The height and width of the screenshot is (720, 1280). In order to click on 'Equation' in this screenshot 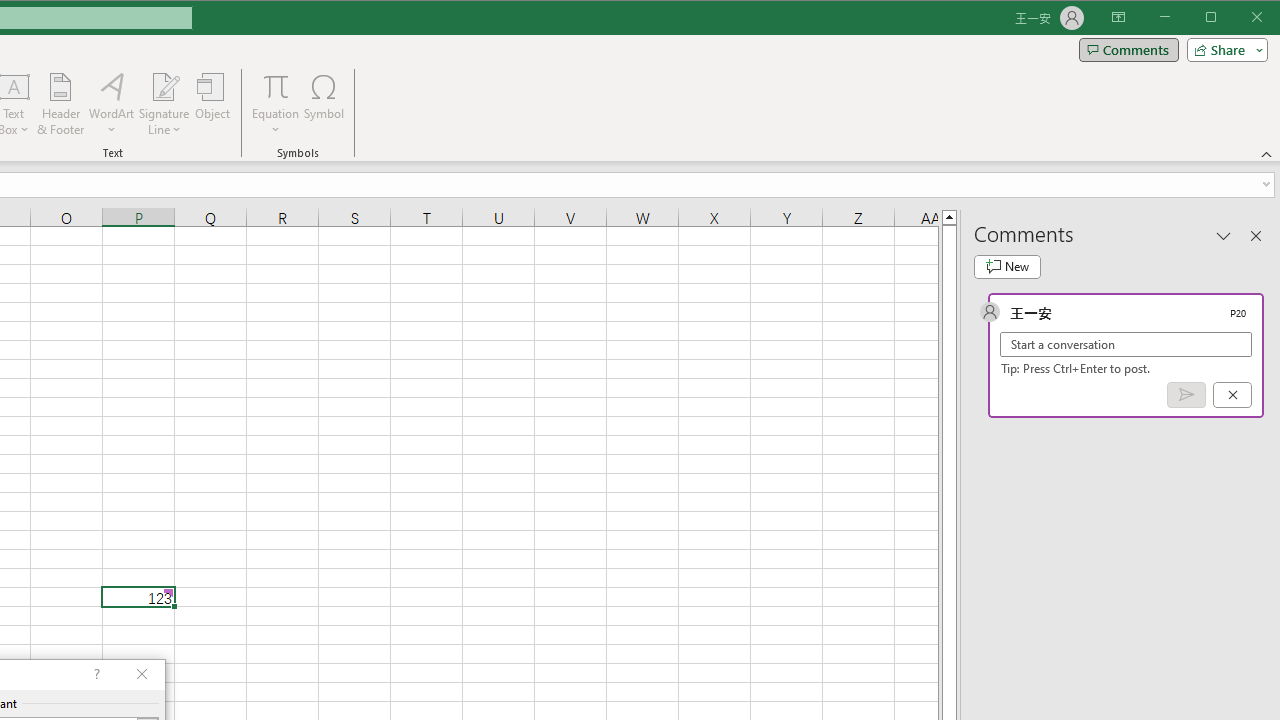, I will do `click(274, 104)`.